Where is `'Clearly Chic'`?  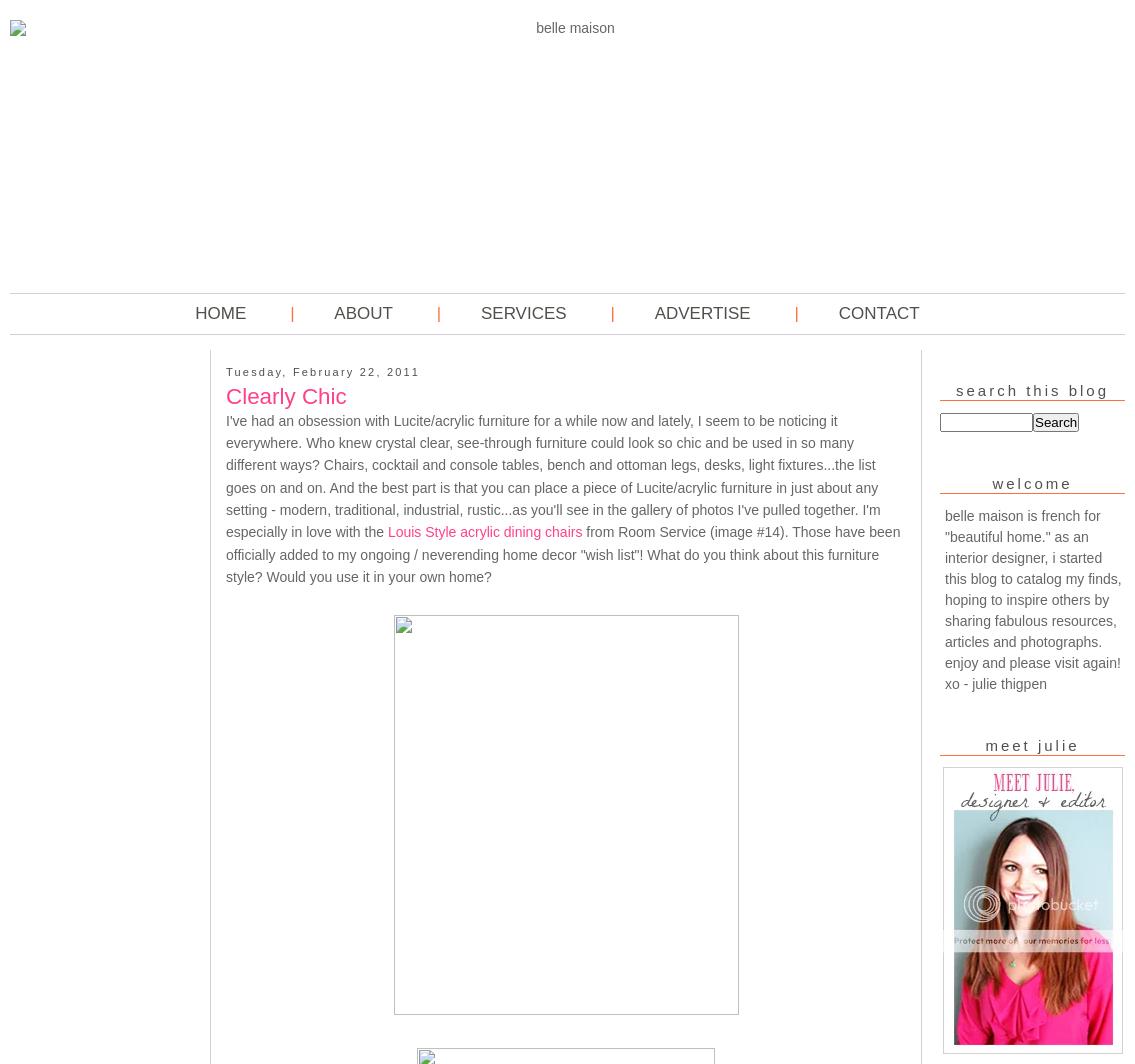 'Clearly Chic' is located at coordinates (224, 394).